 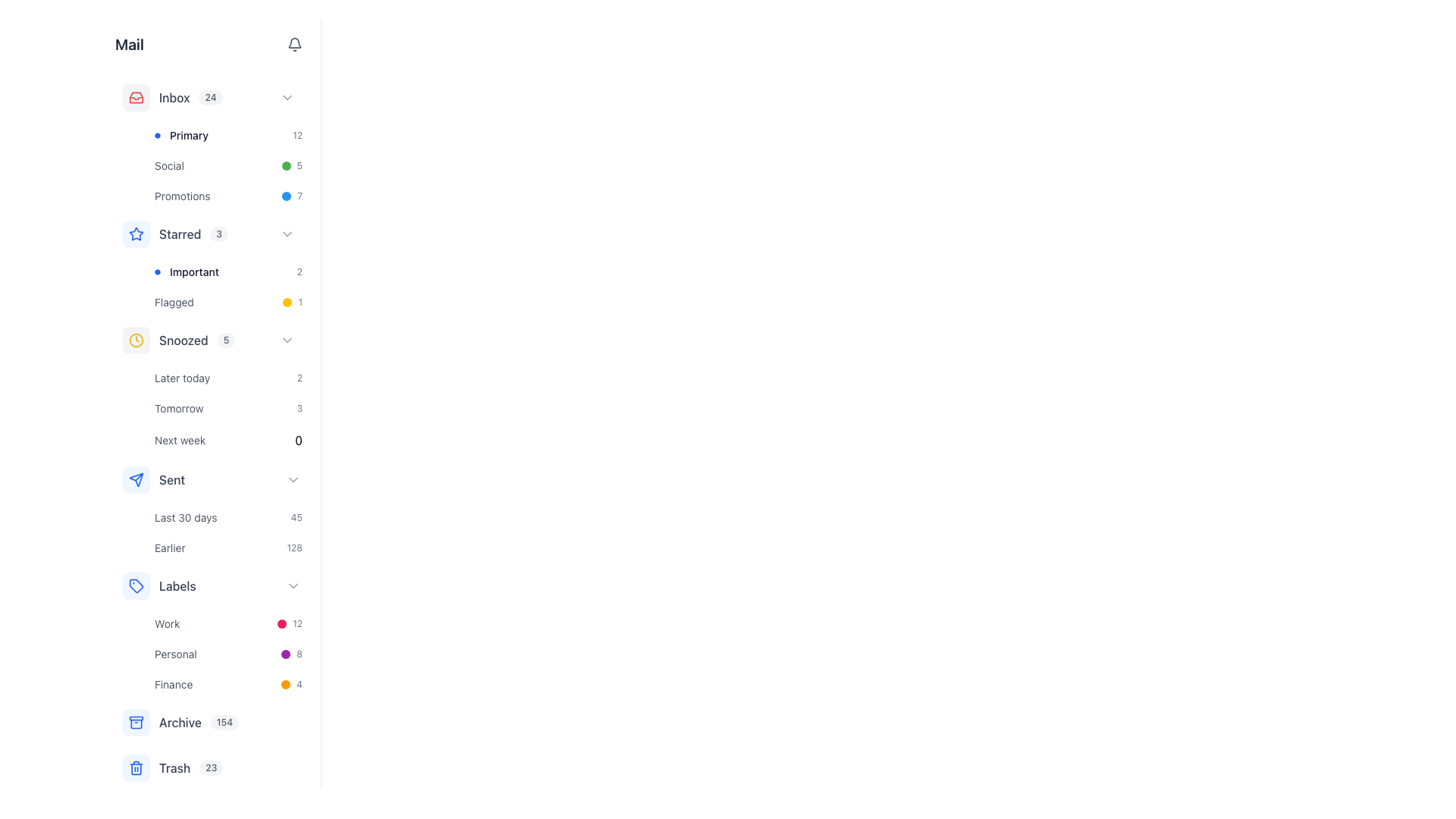 What do you see at coordinates (211, 143) in the screenshot?
I see `the 'Primary' email category` at bounding box center [211, 143].